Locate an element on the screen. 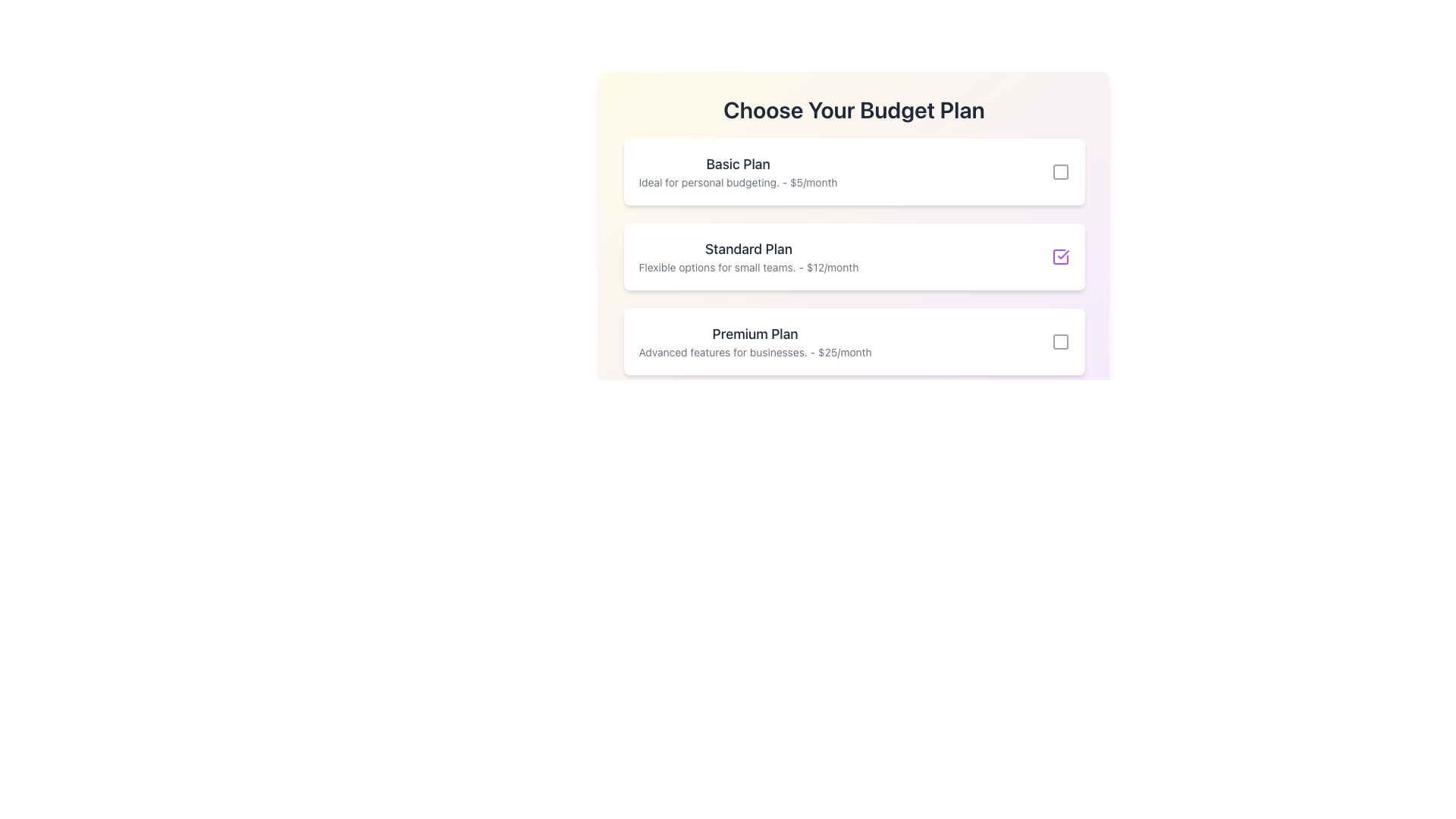 This screenshot has width=1456, height=819. the 'Premium Plan' text label, which is located above the descriptive text 'Advanced features for businesses. - $25/month' and below the 'Standard Plan' item in the vertical selection list is located at coordinates (755, 333).